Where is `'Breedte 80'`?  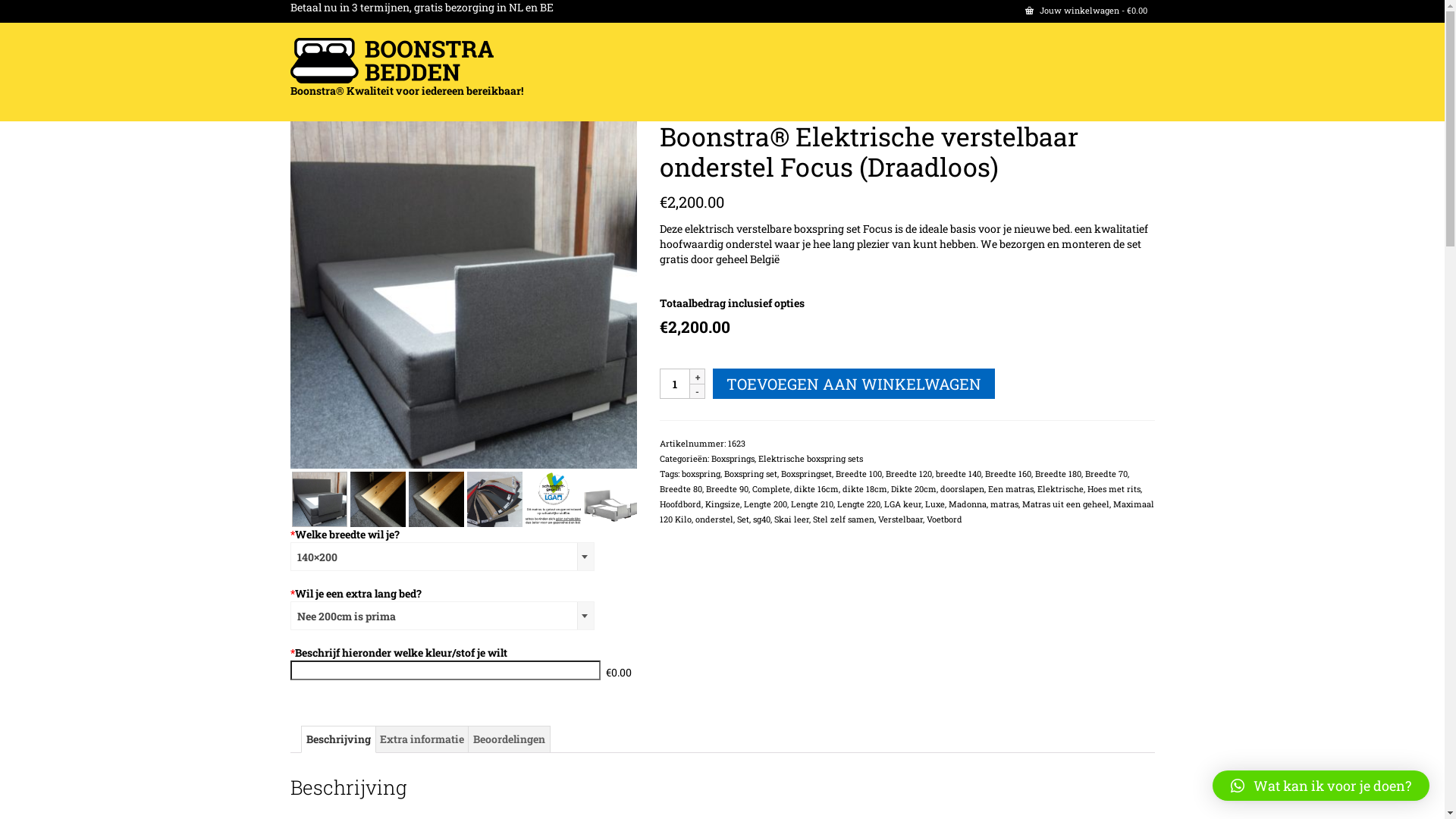
'Breedte 80' is located at coordinates (679, 488).